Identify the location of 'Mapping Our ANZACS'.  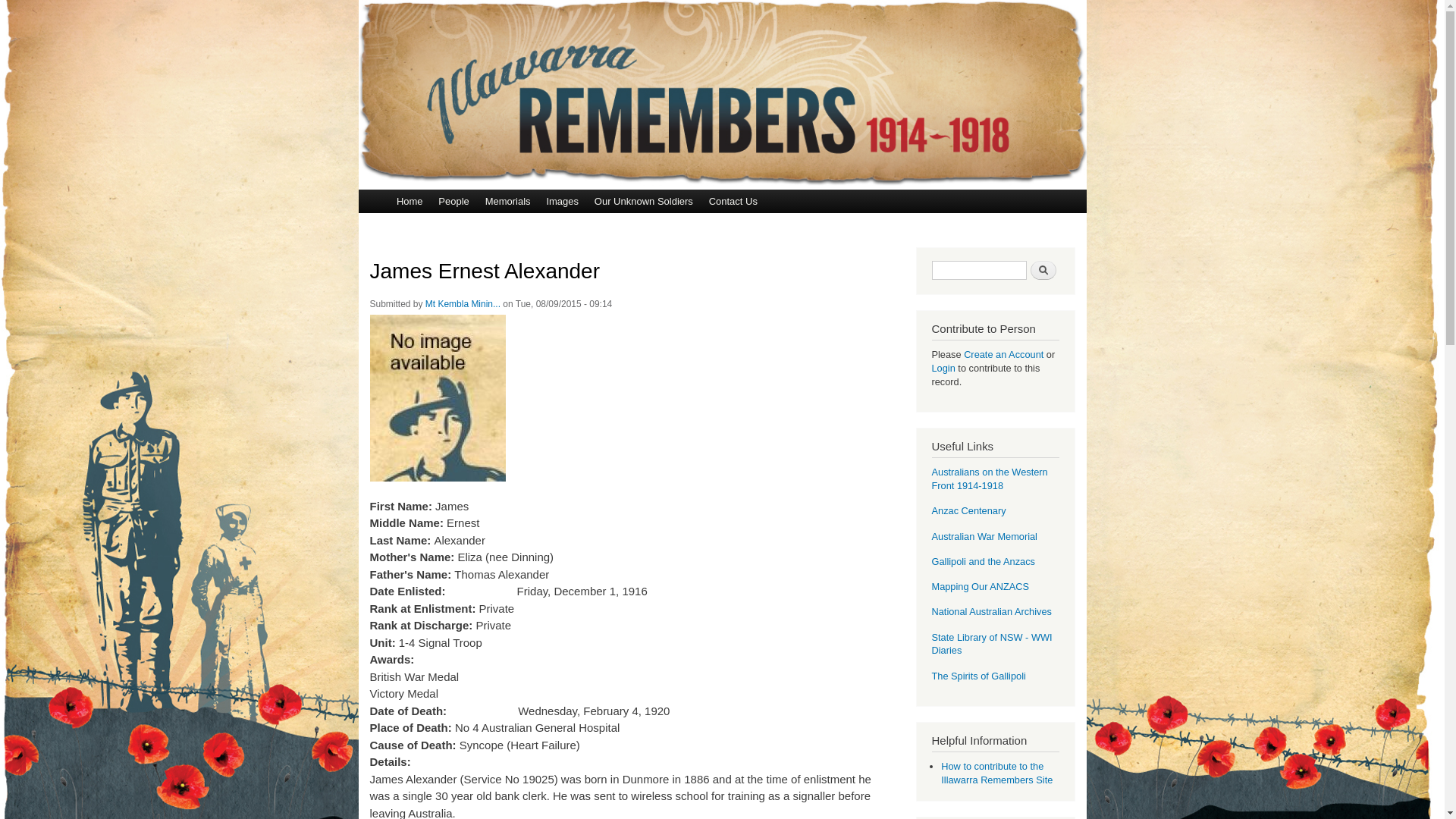
(980, 585).